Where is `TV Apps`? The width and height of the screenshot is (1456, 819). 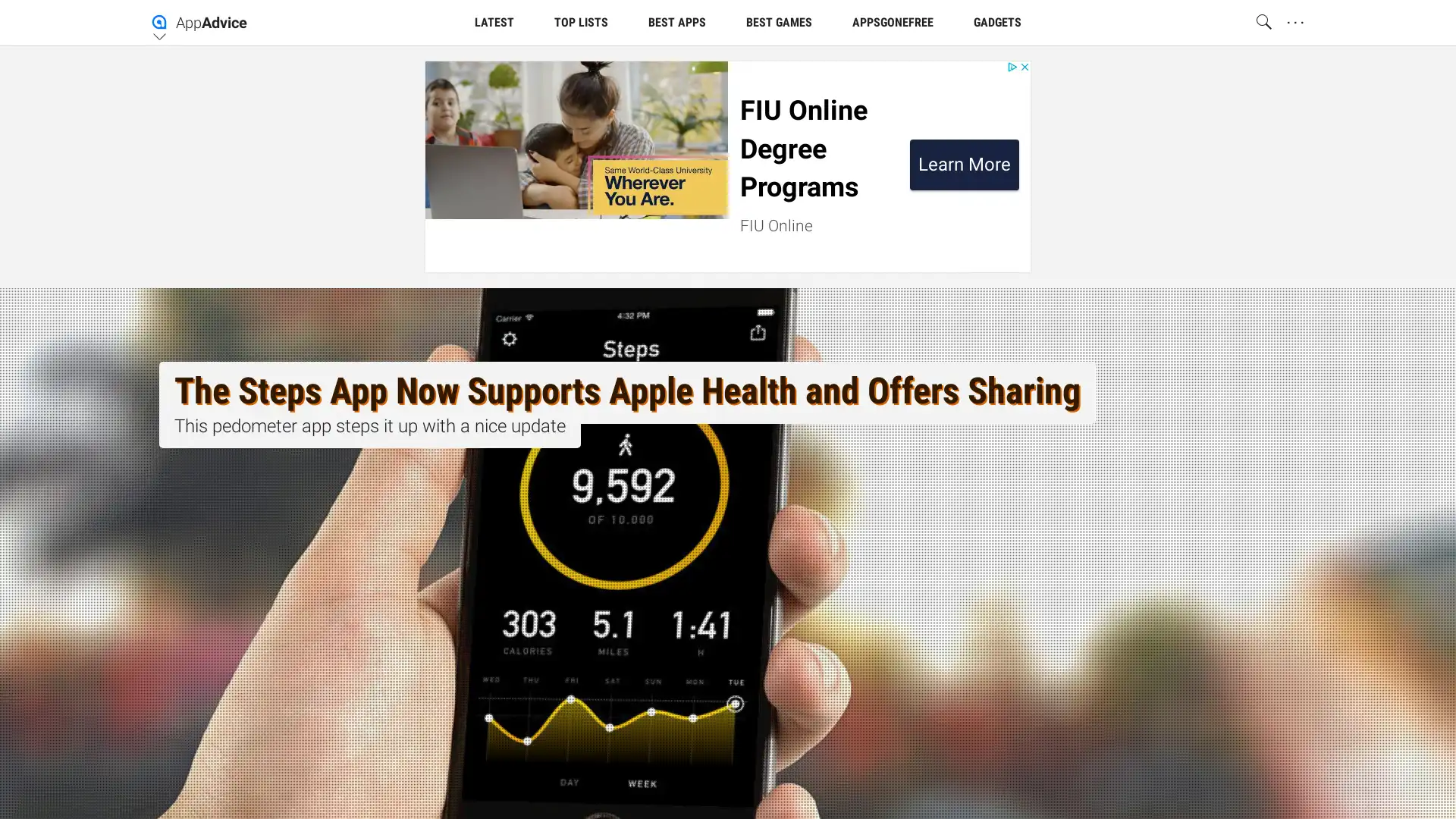 TV Apps is located at coordinates (944, 143).